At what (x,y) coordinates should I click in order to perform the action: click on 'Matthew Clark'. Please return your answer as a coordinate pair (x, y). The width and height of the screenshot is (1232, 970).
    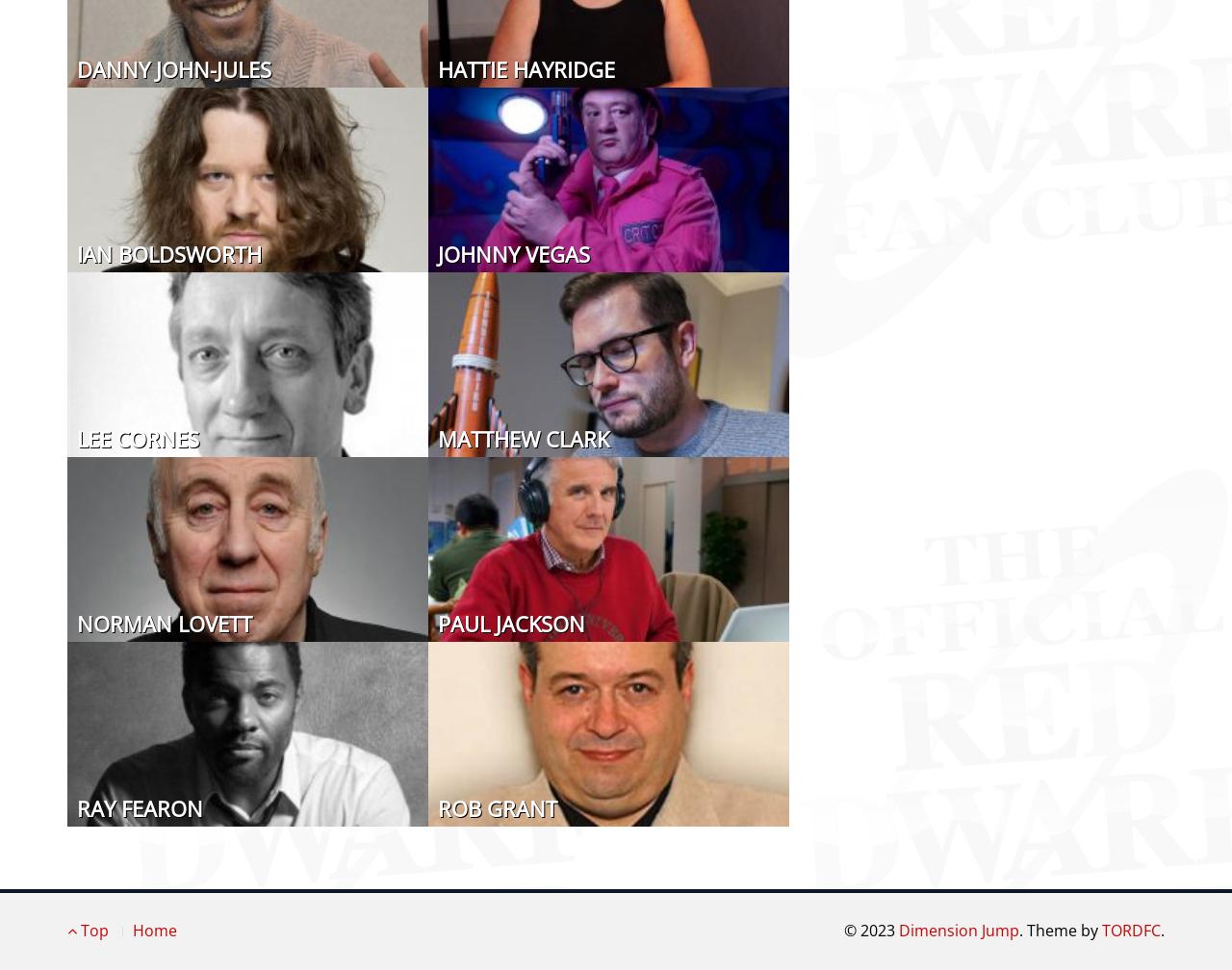
    Looking at the image, I should click on (437, 438).